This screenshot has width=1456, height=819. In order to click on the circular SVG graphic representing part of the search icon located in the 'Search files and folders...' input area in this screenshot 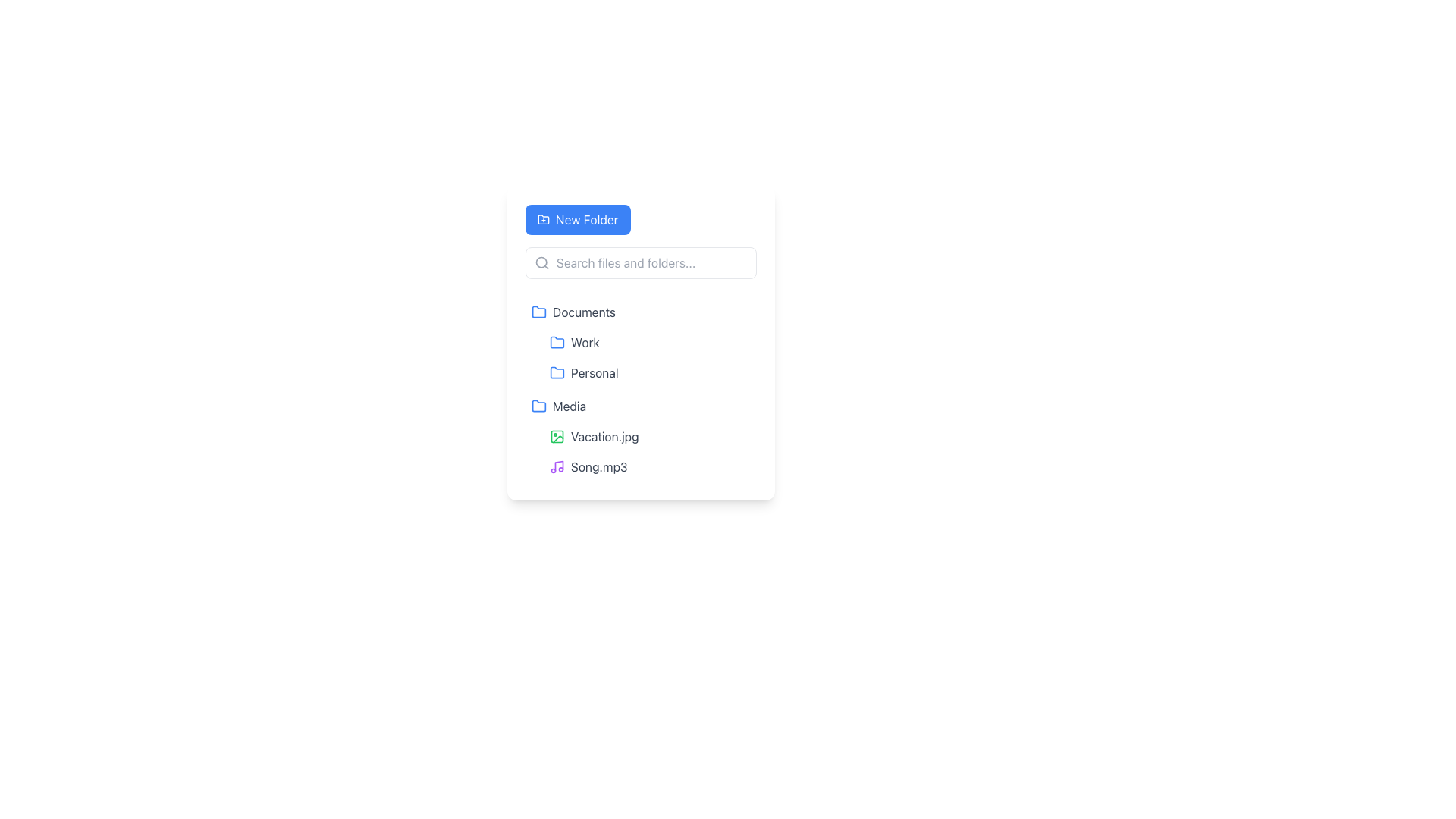, I will do `click(541, 262)`.